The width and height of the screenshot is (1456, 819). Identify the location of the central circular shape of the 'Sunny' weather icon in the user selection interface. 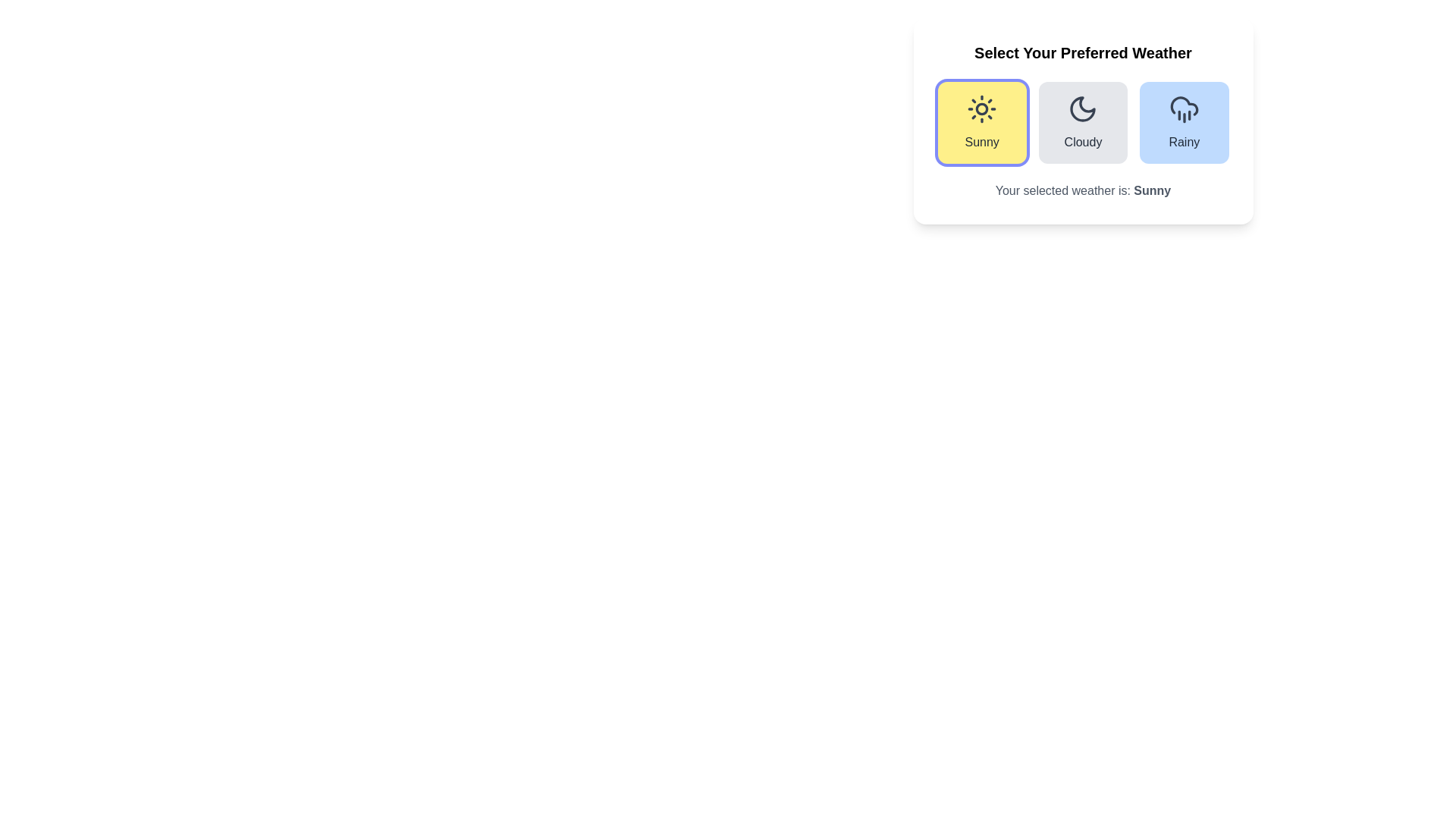
(982, 108).